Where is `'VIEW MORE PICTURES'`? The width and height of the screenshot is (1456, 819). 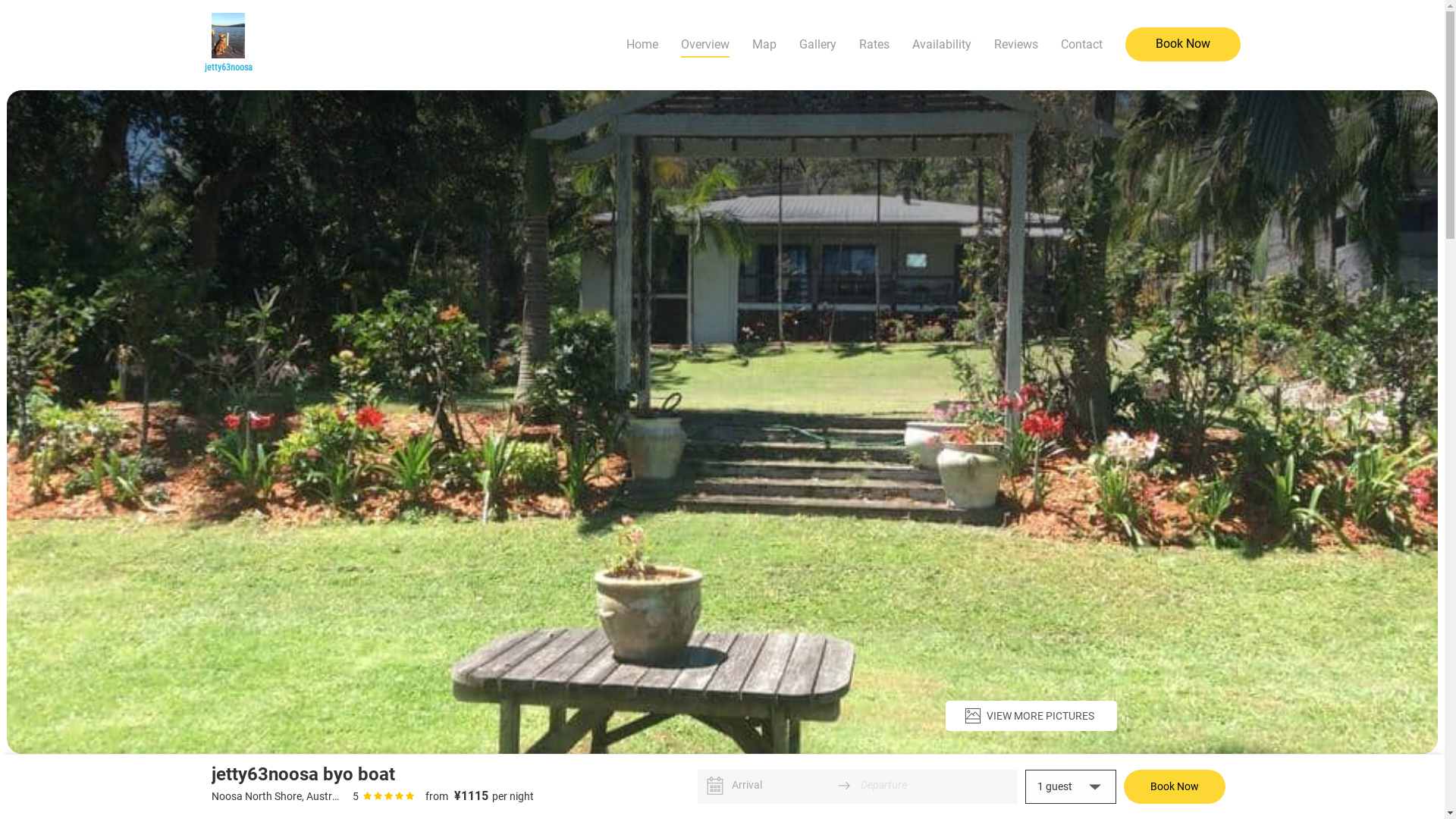 'VIEW MORE PICTURES' is located at coordinates (1030, 716).